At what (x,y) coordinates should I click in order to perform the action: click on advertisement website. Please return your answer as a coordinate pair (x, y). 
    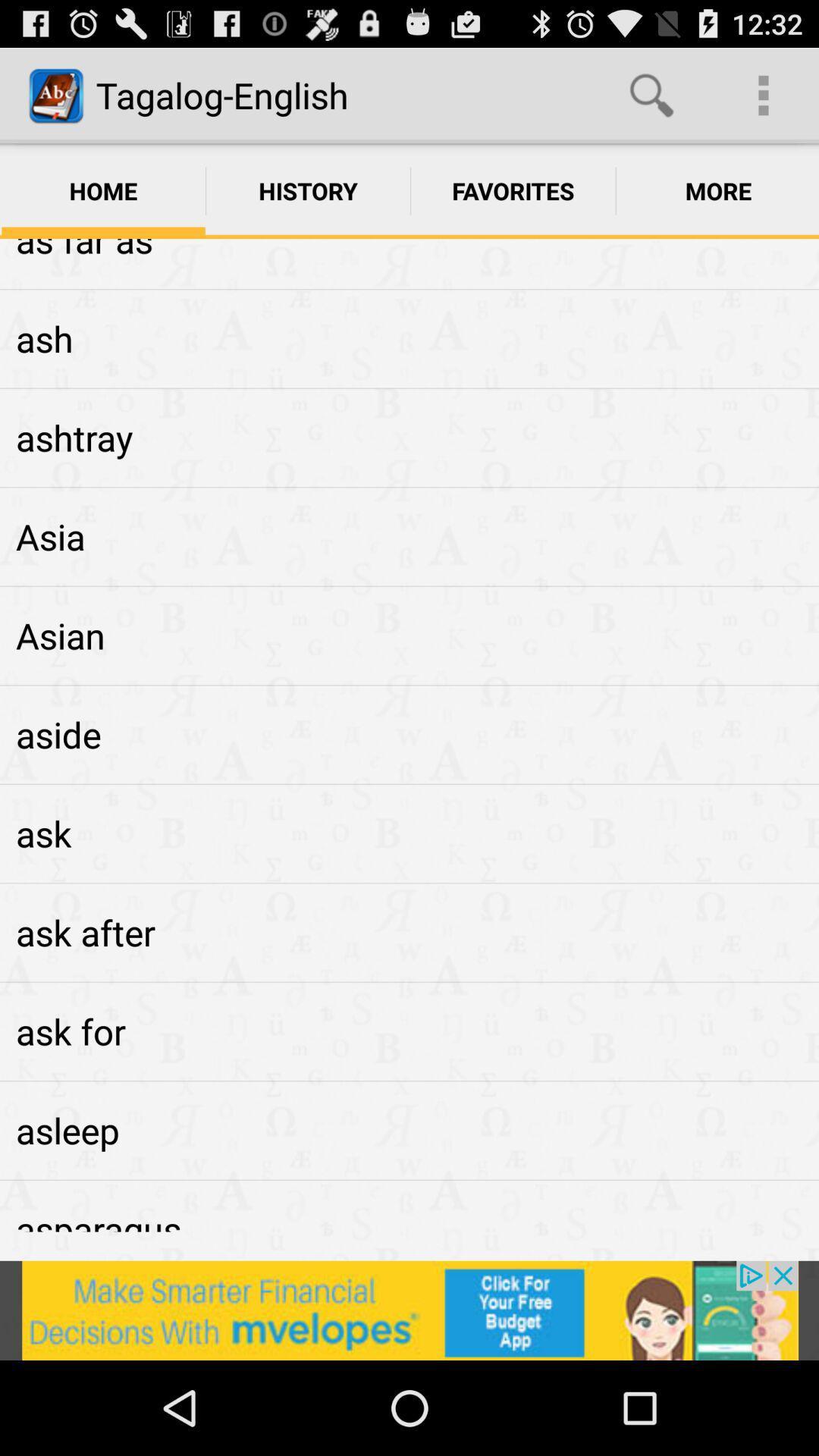
    Looking at the image, I should click on (409, 1310).